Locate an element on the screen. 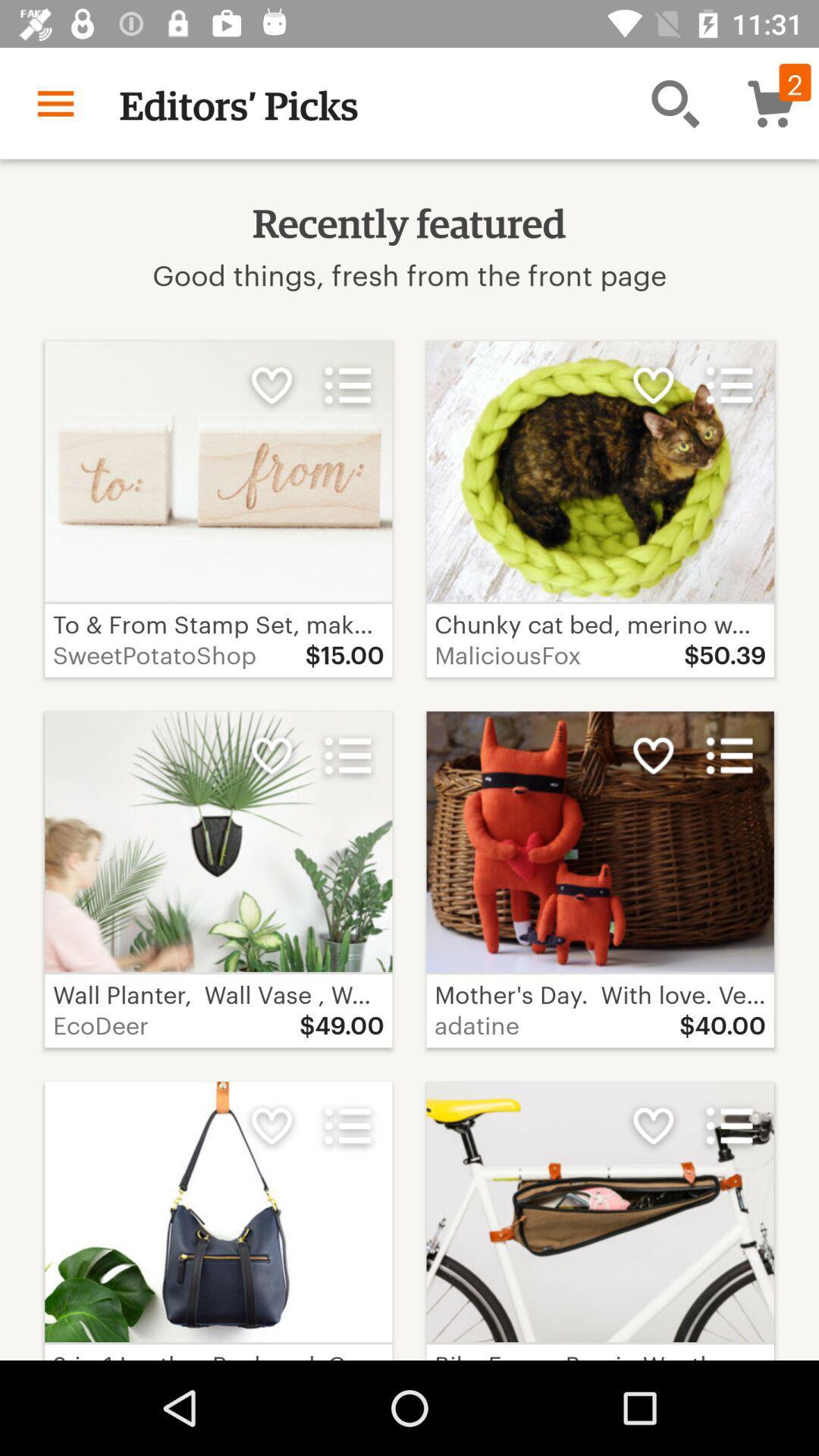 The image size is (819, 1456). the first image below the menu bar is located at coordinates (218, 471).